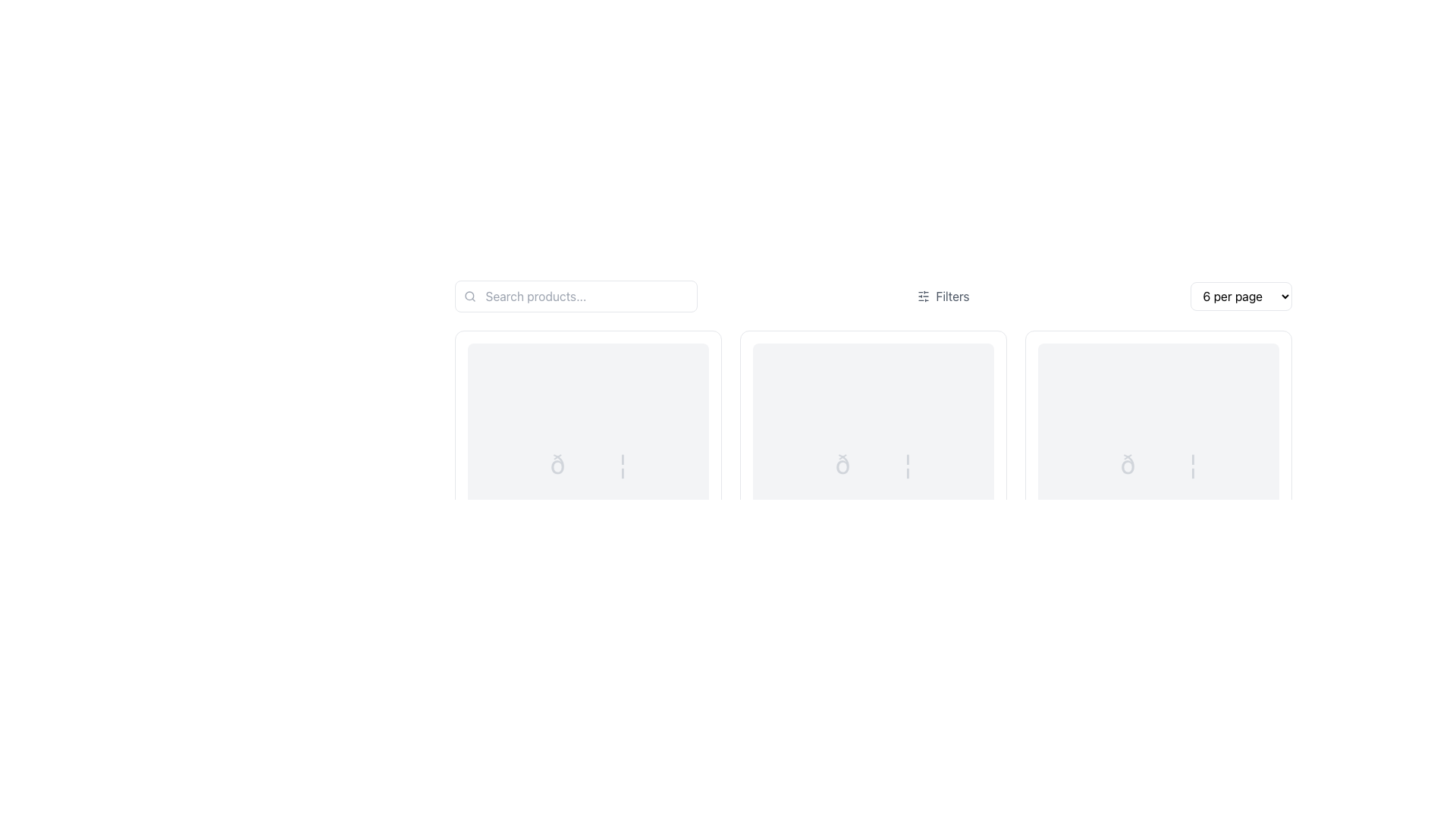 The width and height of the screenshot is (1456, 819). Describe the element at coordinates (1157, 493) in the screenshot. I see `the clickable card component displaying 'Product 3' with a price of '$54' in the rightmost column of the product list grid` at that location.